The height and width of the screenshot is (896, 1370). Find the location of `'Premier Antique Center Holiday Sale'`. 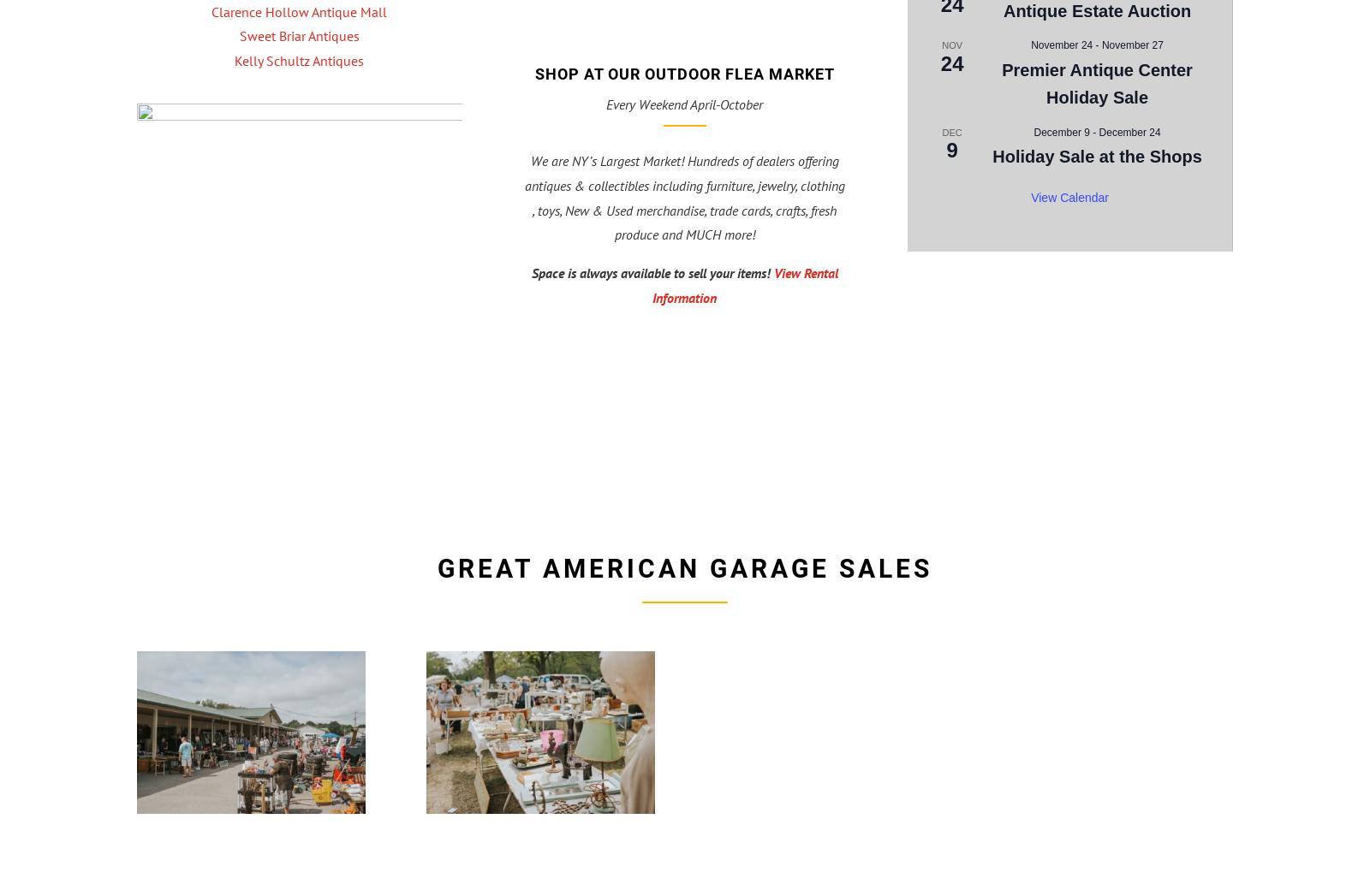

'Premier Antique Center Holiday Sale' is located at coordinates (1095, 82).